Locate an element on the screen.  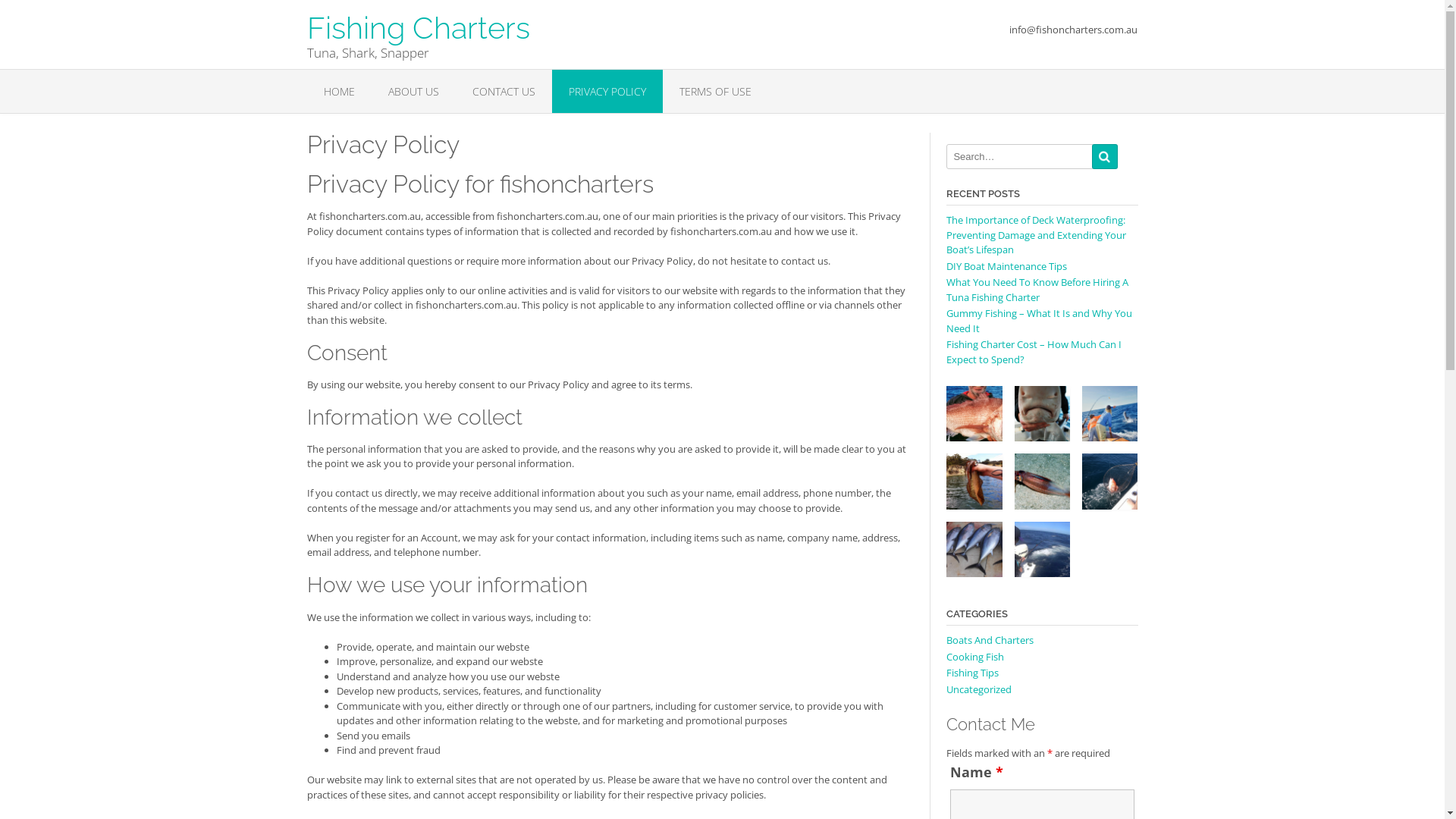
'Cooking Fish' is located at coordinates (975, 656).